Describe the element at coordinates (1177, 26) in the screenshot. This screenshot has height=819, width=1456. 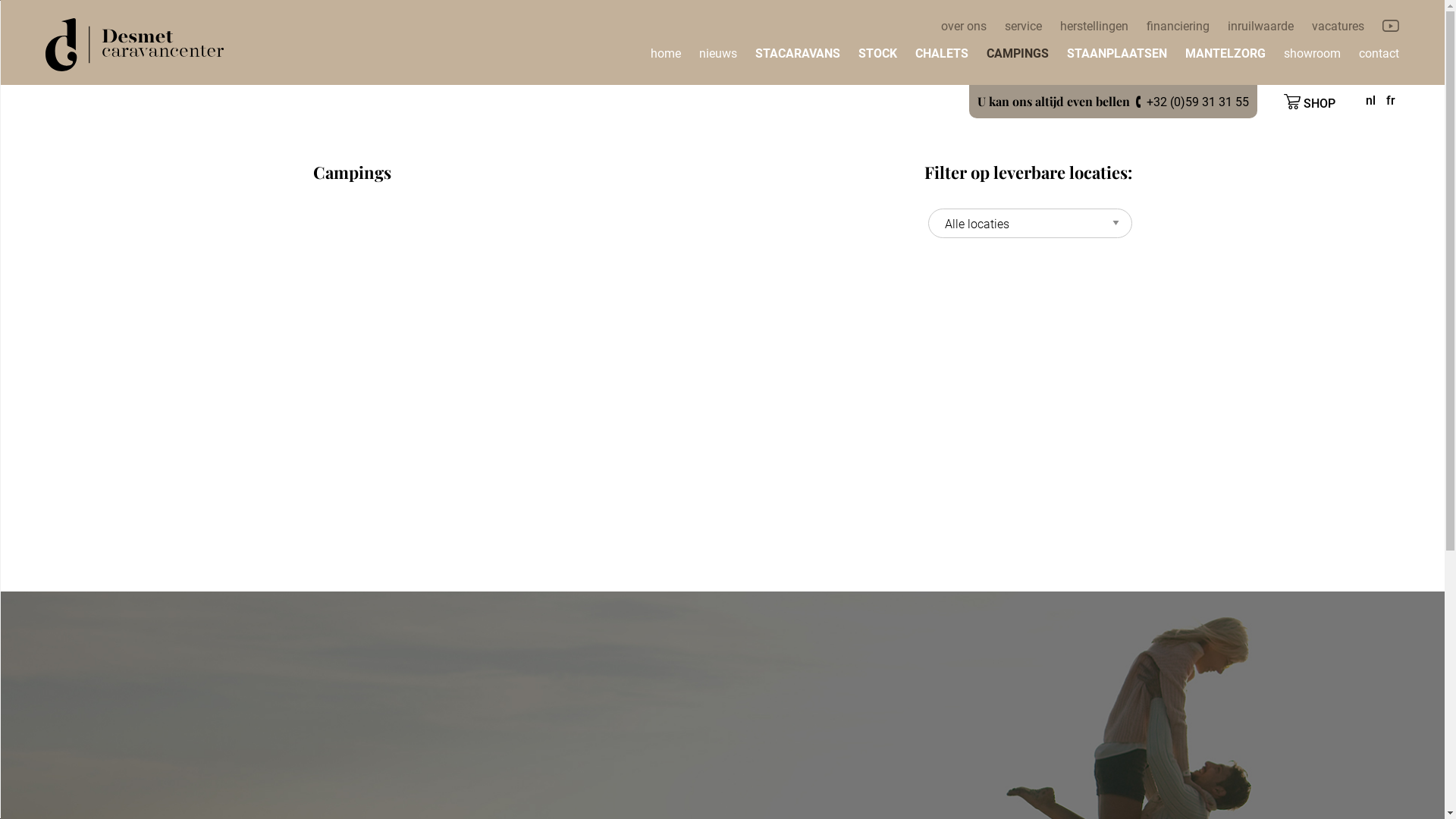
I see `'financiering'` at that location.